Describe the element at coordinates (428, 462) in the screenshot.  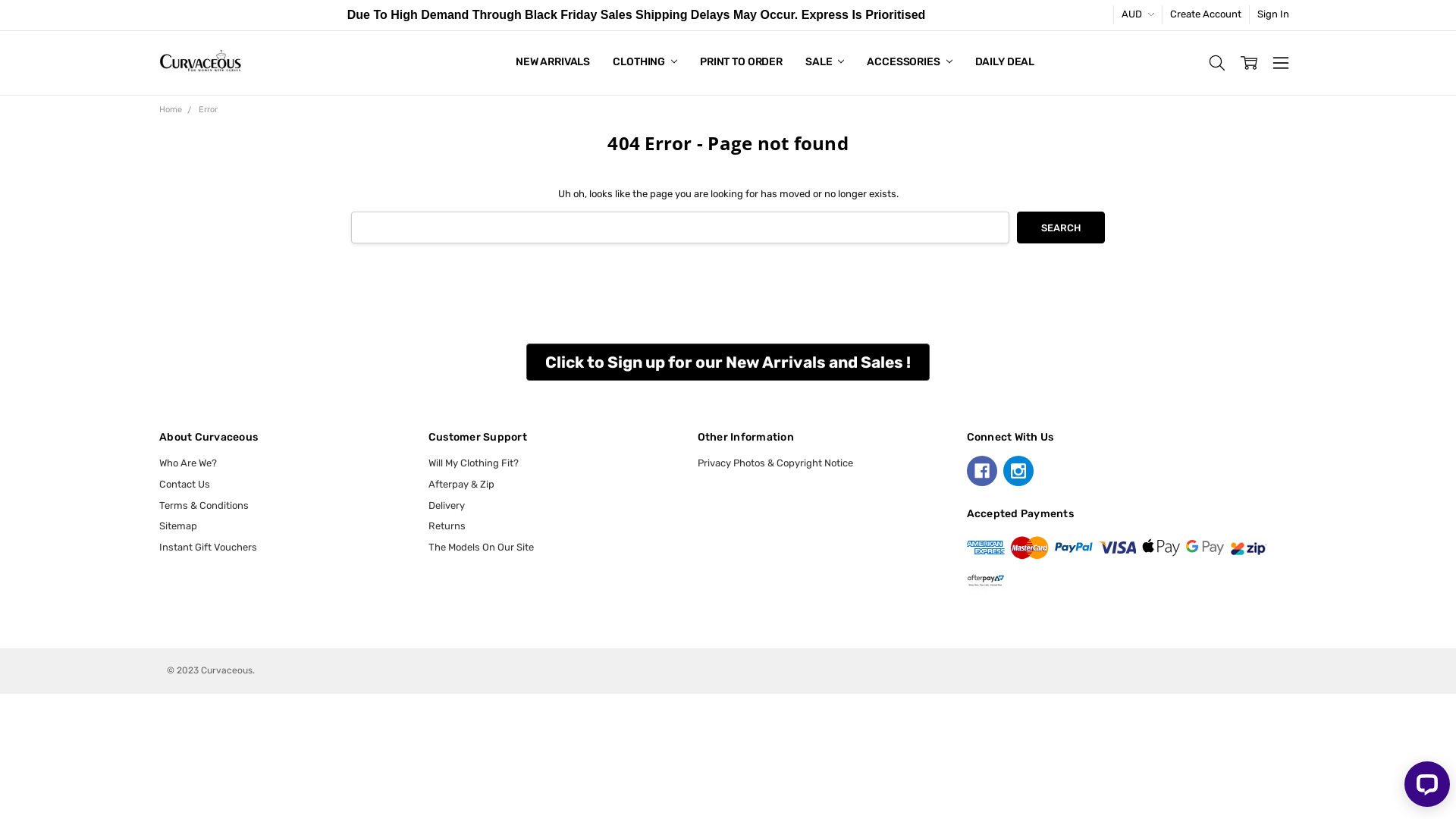
I see `'Will My Clothing Fit?'` at that location.